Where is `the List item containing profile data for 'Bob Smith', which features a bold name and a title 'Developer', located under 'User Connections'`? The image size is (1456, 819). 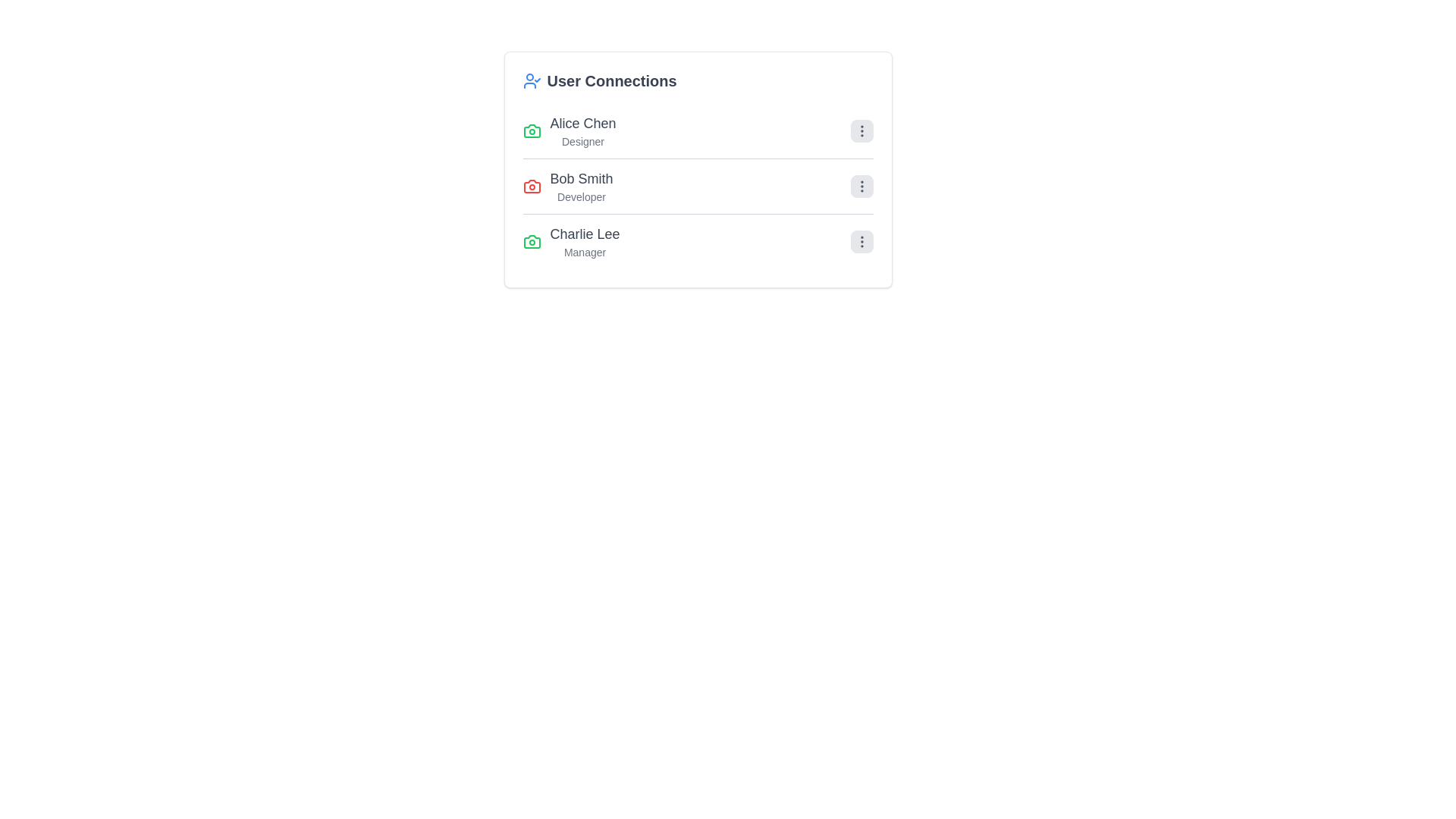 the List item containing profile data for 'Bob Smith', which features a bold name and a title 'Developer', located under 'User Connections' is located at coordinates (697, 186).